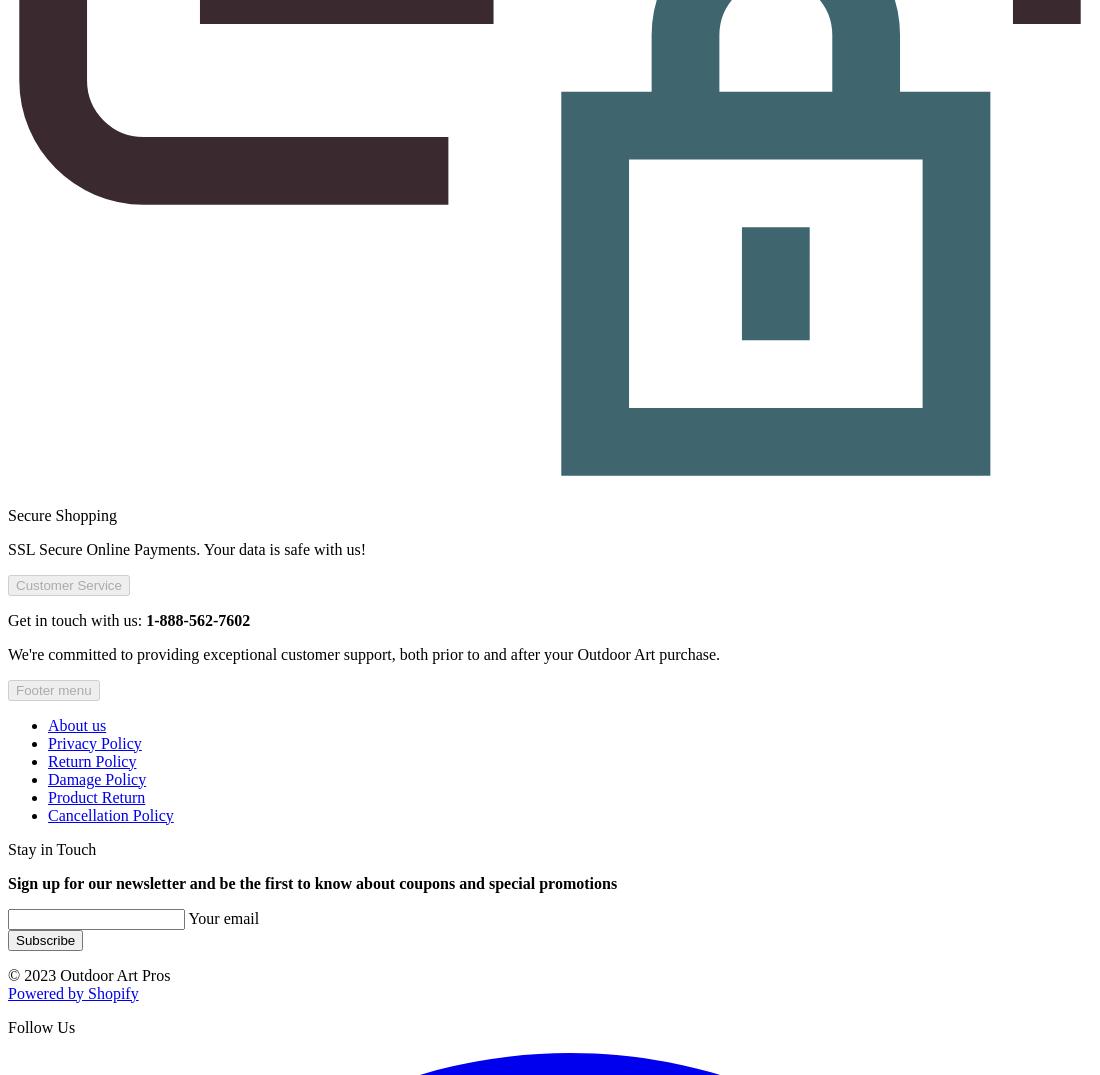  I want to click on 'Product Return', so click(96, 795).